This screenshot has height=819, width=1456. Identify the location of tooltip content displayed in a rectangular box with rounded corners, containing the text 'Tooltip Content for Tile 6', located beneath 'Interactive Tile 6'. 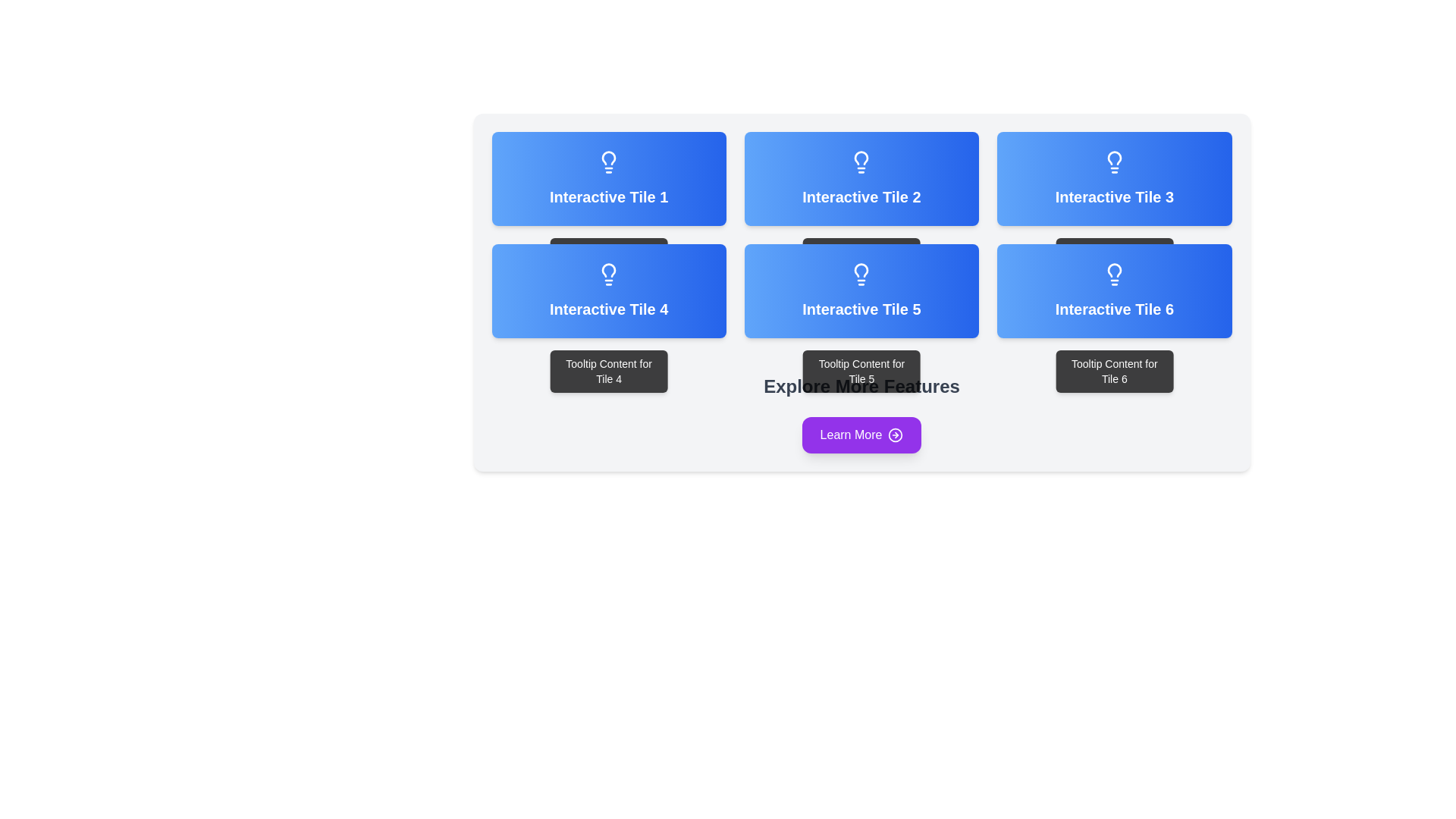
(1114, 371).